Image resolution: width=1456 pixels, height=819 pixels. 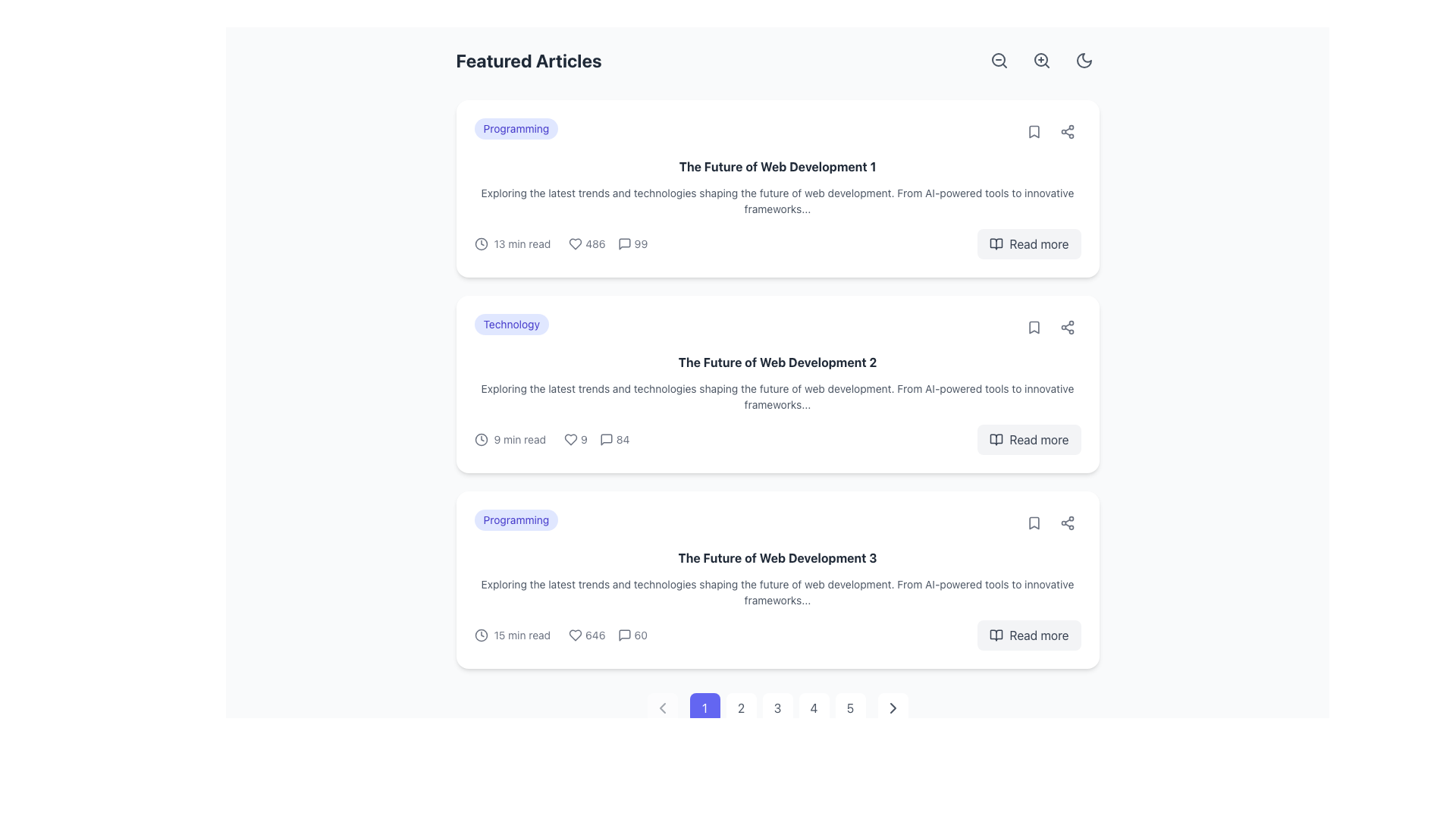 I want to click on the icon button resembling a share symbol located in the top-right corner of the first article card under the 'Featured Articles' heading, so click(x=1066, y=130).